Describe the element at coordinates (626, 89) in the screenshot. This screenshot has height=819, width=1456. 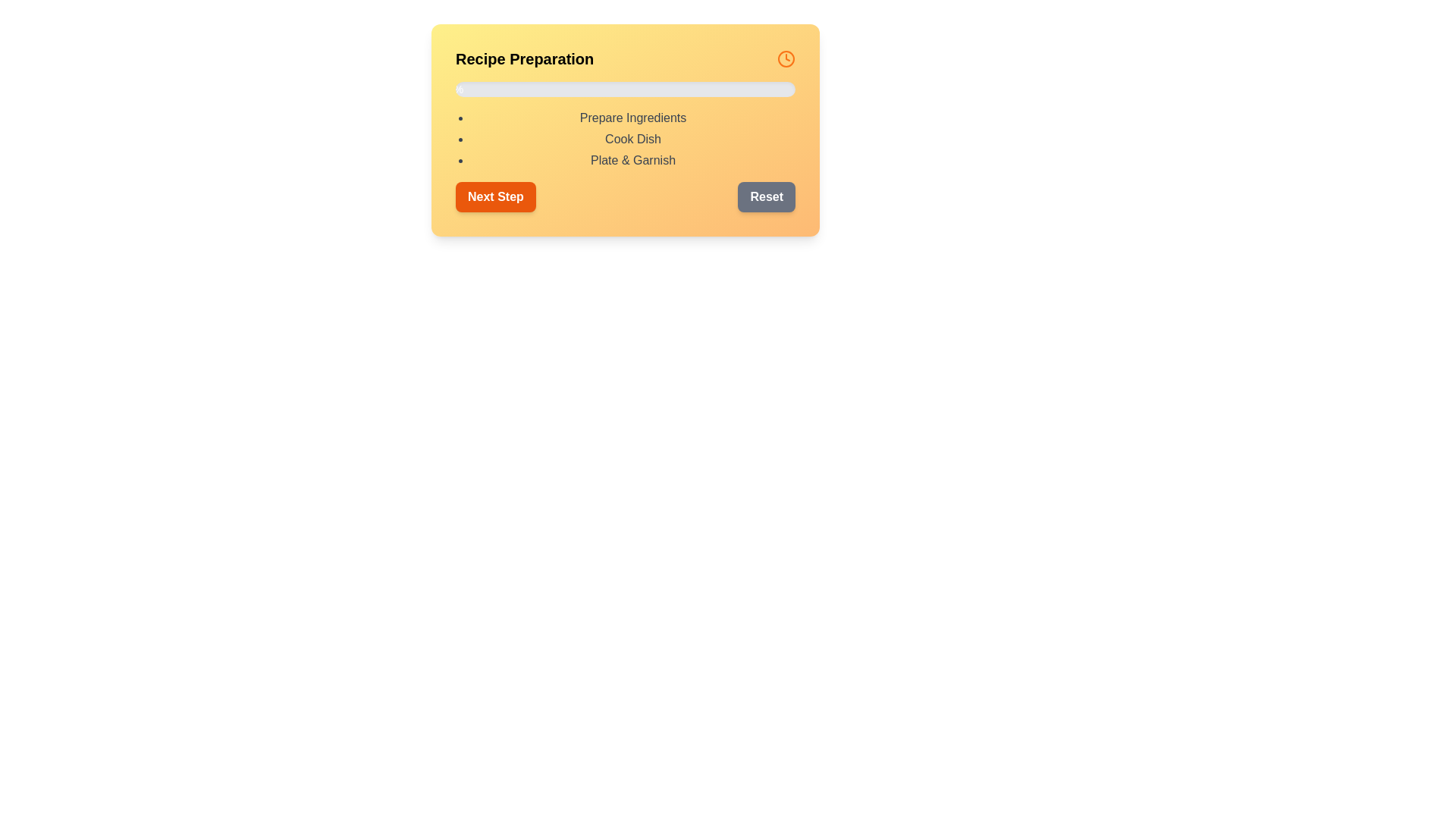
I see `the horizontal progress bar indicating 0% progress, located below the 'Recipe Preparation' heading` at that location.